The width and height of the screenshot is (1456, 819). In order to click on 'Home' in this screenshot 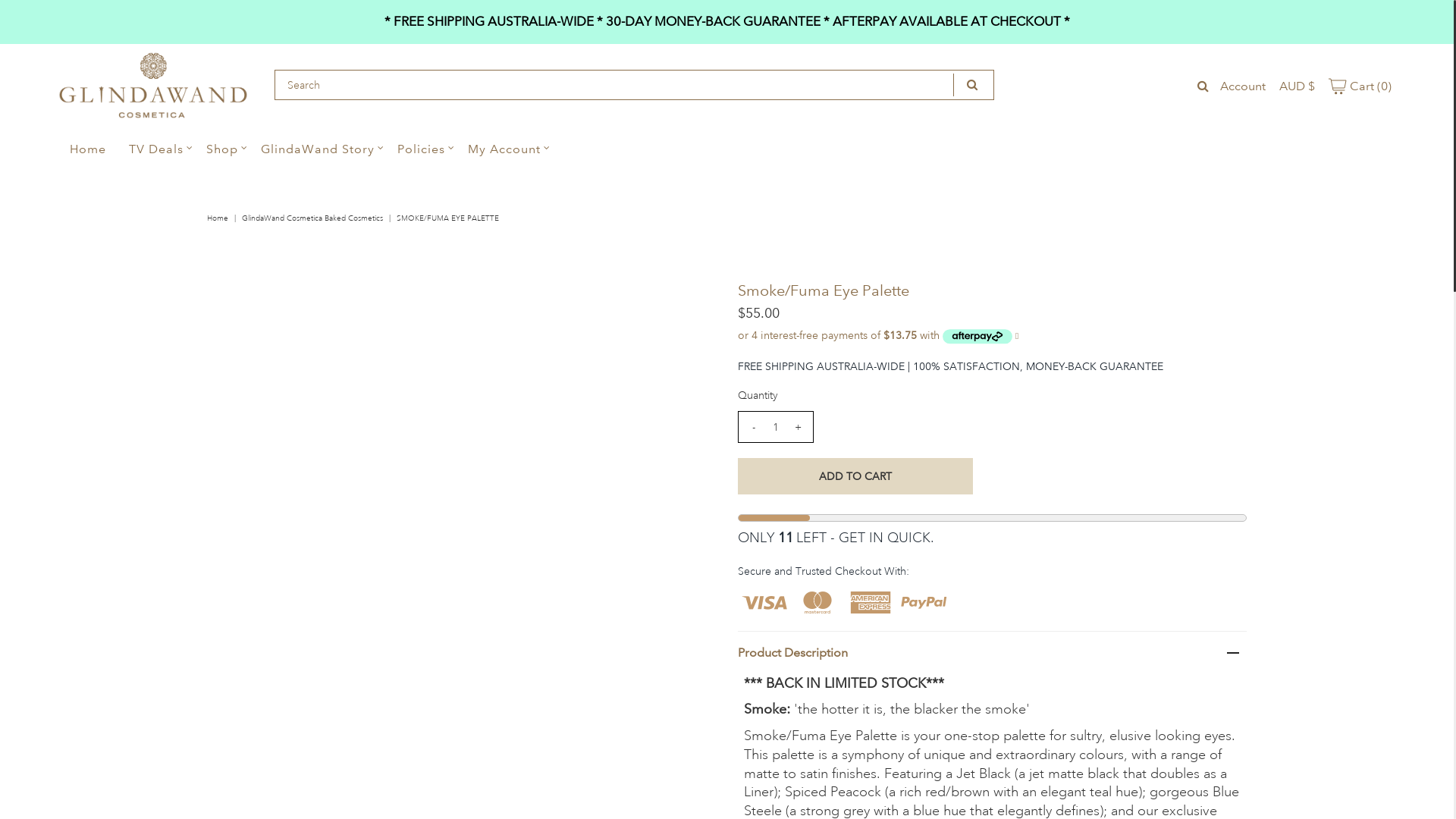, I will do `click(86, 149)`.